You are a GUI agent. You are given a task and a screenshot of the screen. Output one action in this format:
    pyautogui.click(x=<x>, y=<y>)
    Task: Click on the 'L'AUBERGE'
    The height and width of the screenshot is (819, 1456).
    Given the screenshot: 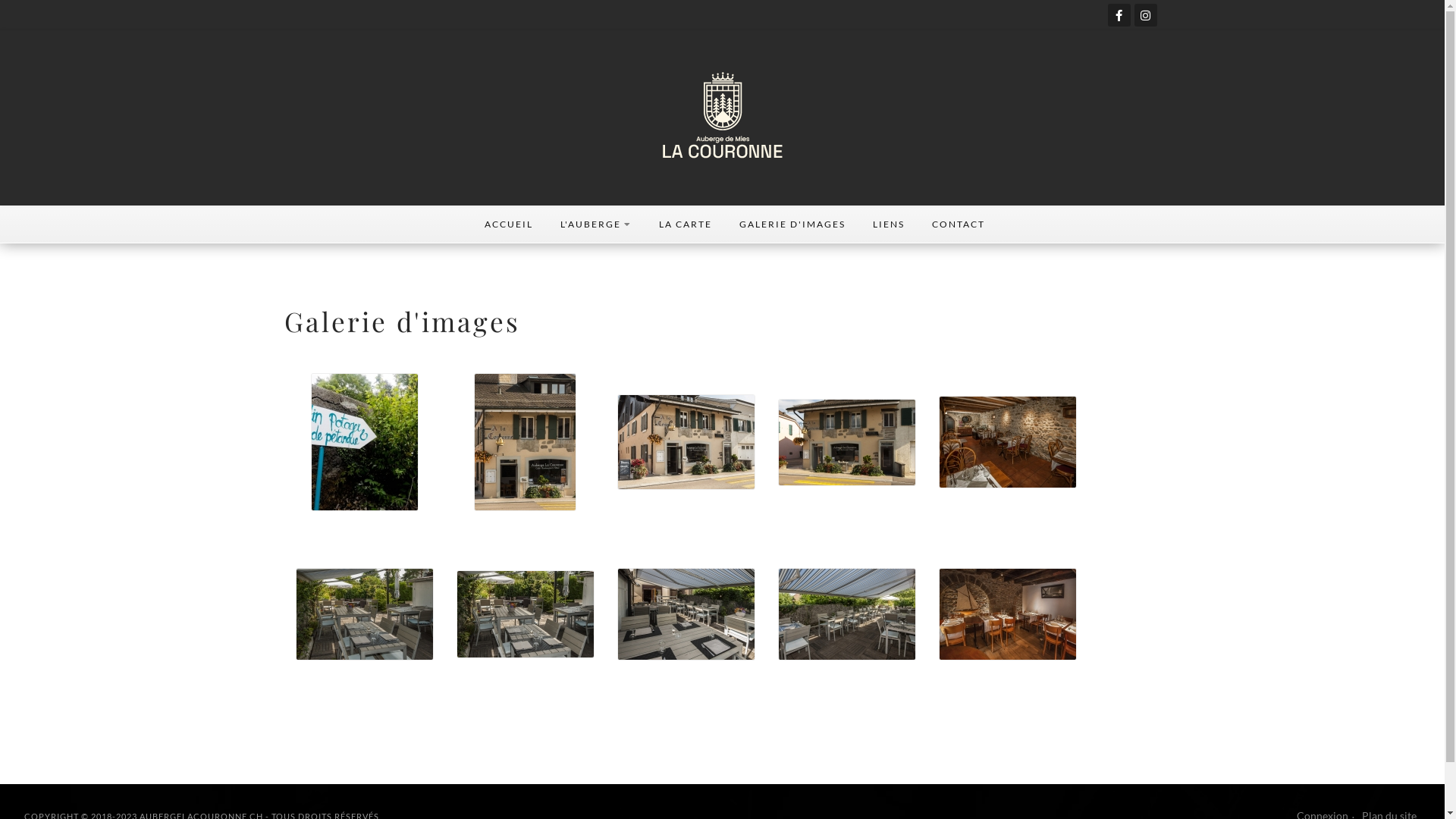 What is the action you would take?
    pyautogui.click(x=595, y=224)
    